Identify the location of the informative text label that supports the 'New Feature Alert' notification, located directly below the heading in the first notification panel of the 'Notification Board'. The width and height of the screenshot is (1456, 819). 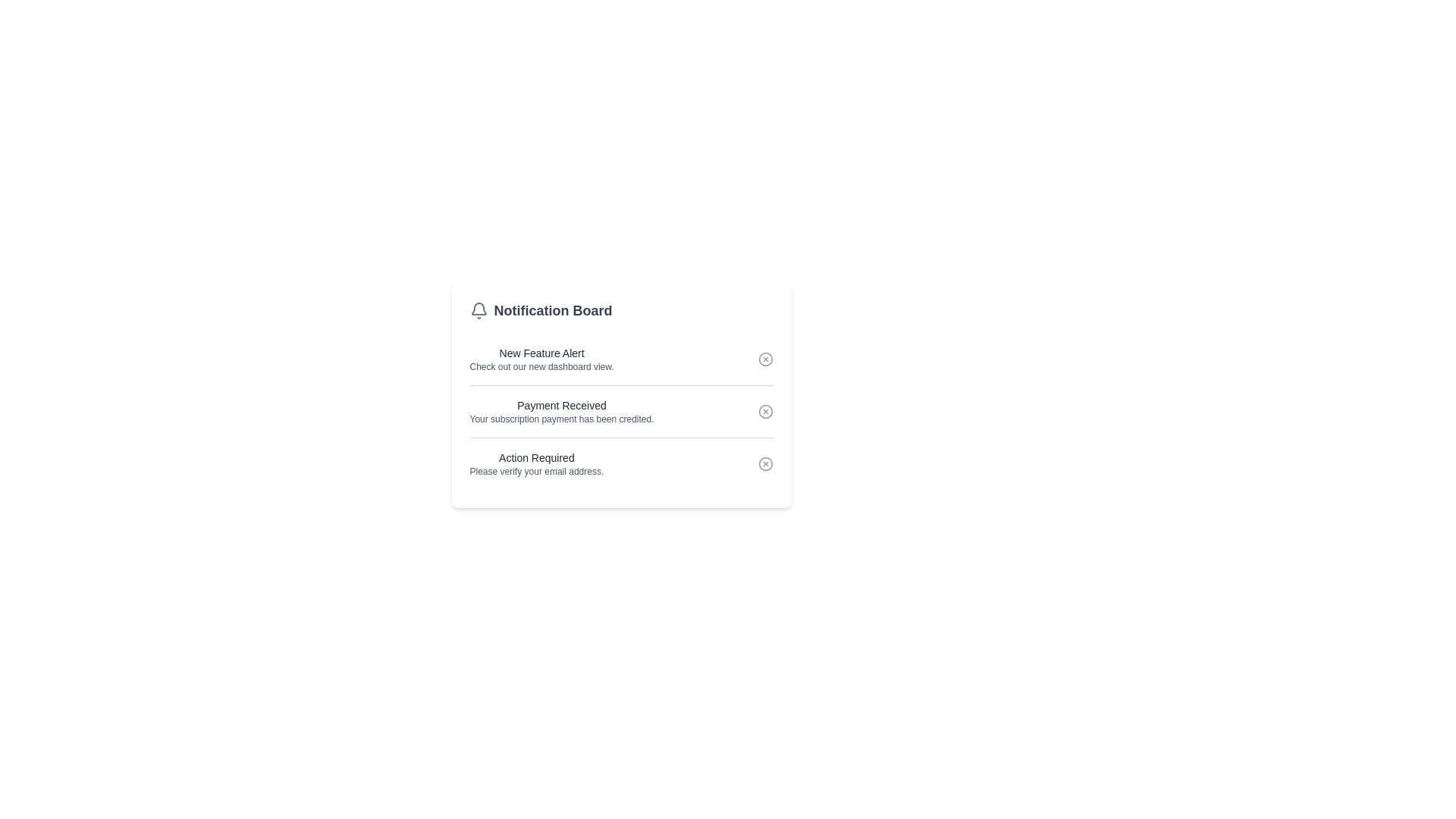
(541, 366).